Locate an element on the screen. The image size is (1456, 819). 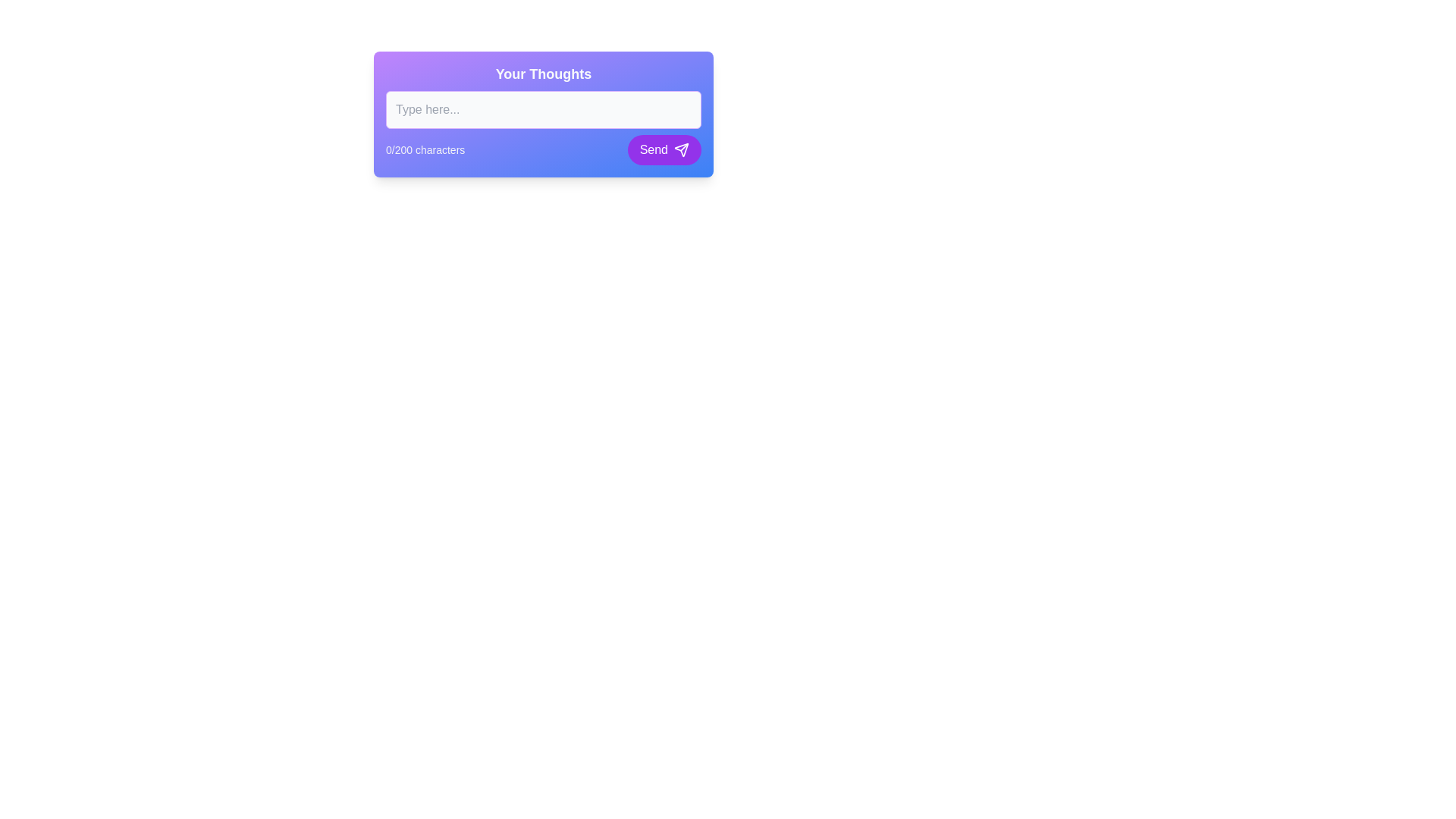
the paper airplane icon that indicates a send action, located within the 'Send' button on the right side beneath the text input field is located at coordinates (680, 149).